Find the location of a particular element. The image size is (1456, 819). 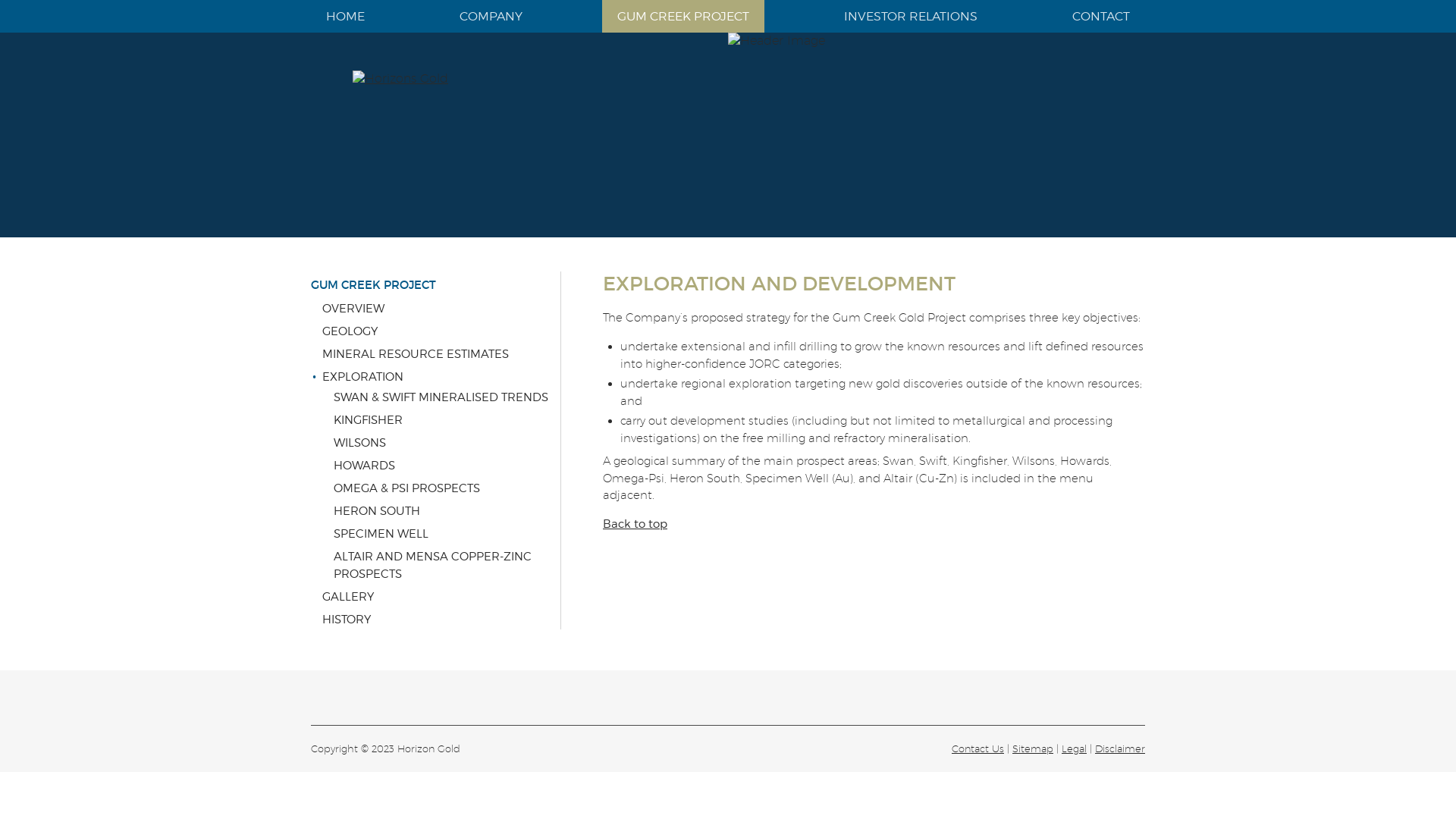

'COMPANY' is located at coordinates (491, 16).